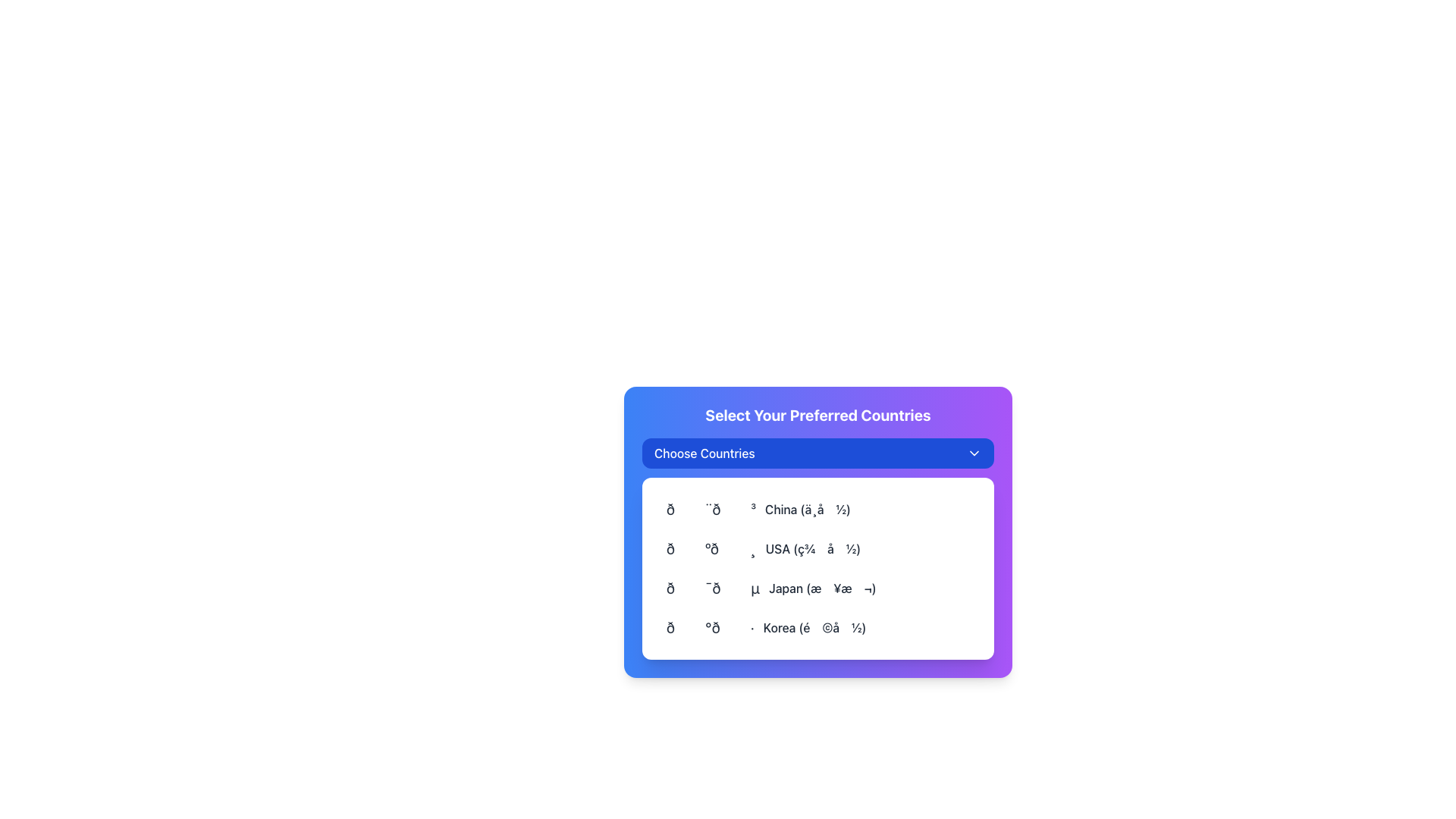 This screenshot has height=819, width=1456. I want to click on the first country selector option, so click(758, 509).